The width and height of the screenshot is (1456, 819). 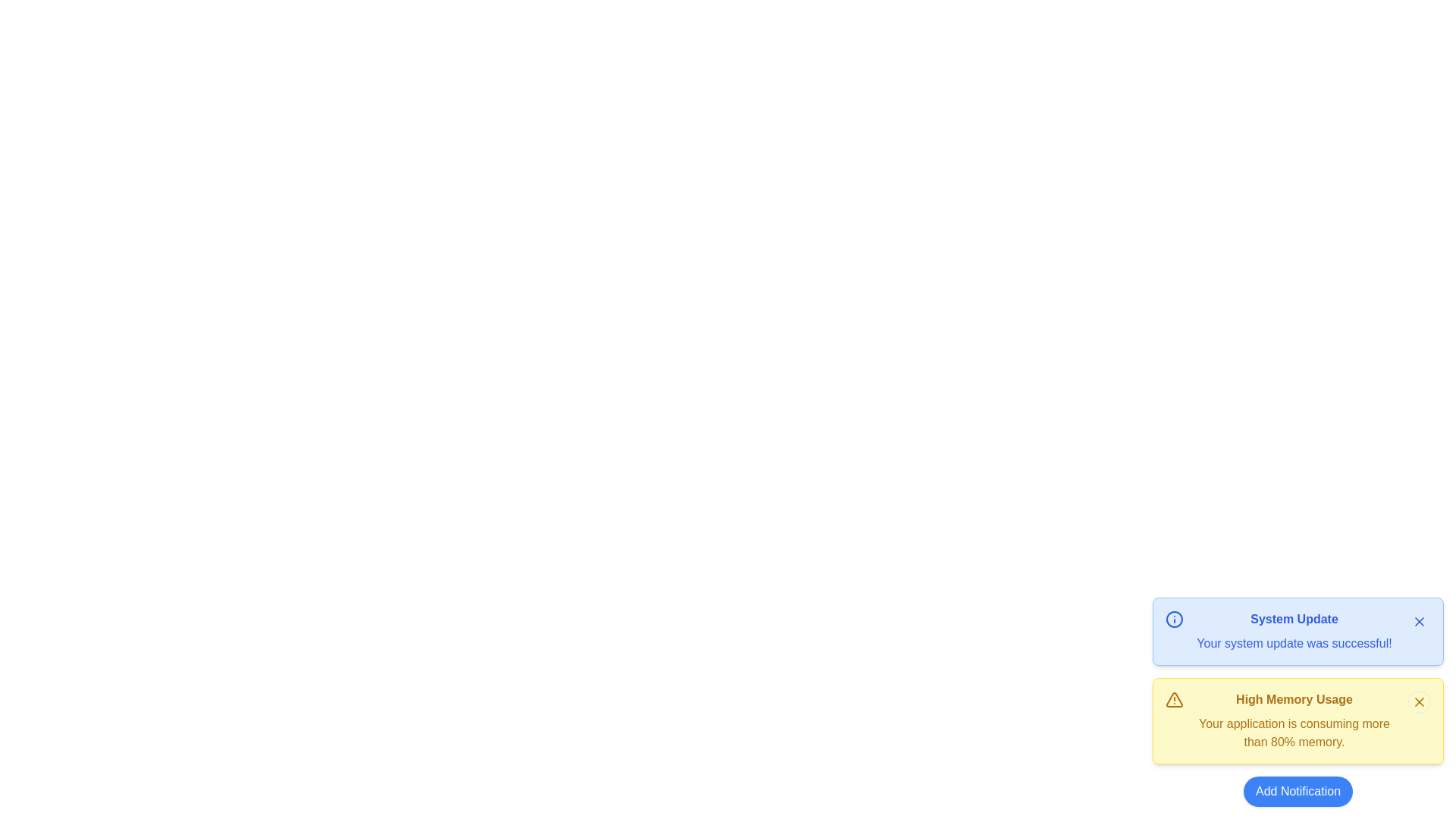 What do you see at coordinates (1294, 620) in the screenshot?
I see `the notification title label indicating a system-related update, which is located at the top of the notification section` at bounding box center [1294, 620].